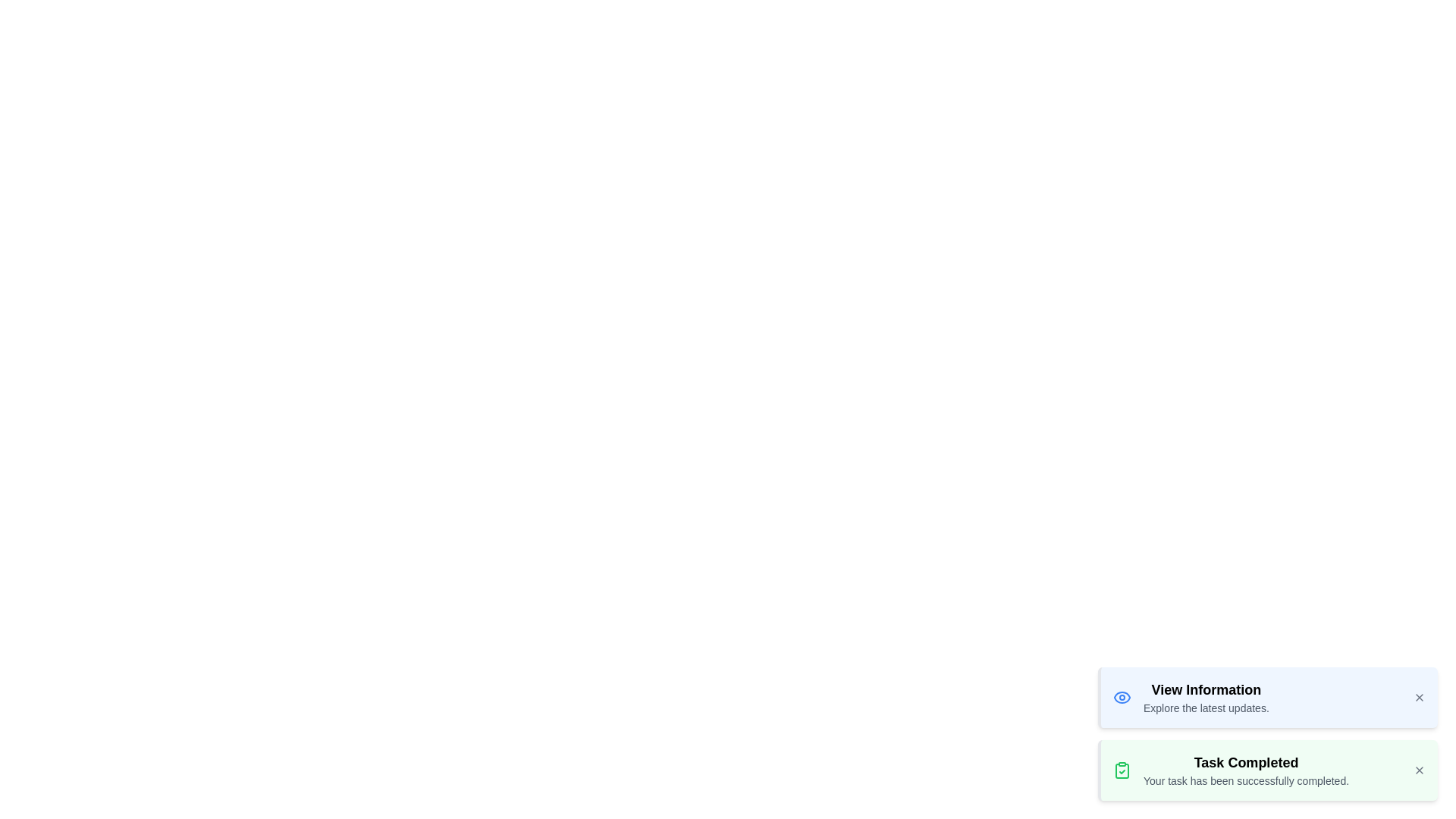 Image resolution: width=1456 pixels, height=819 pixels. Describe the element at coordinates (1204, 698) in the screenshot. I see `the notification message text for inspection` at that location.